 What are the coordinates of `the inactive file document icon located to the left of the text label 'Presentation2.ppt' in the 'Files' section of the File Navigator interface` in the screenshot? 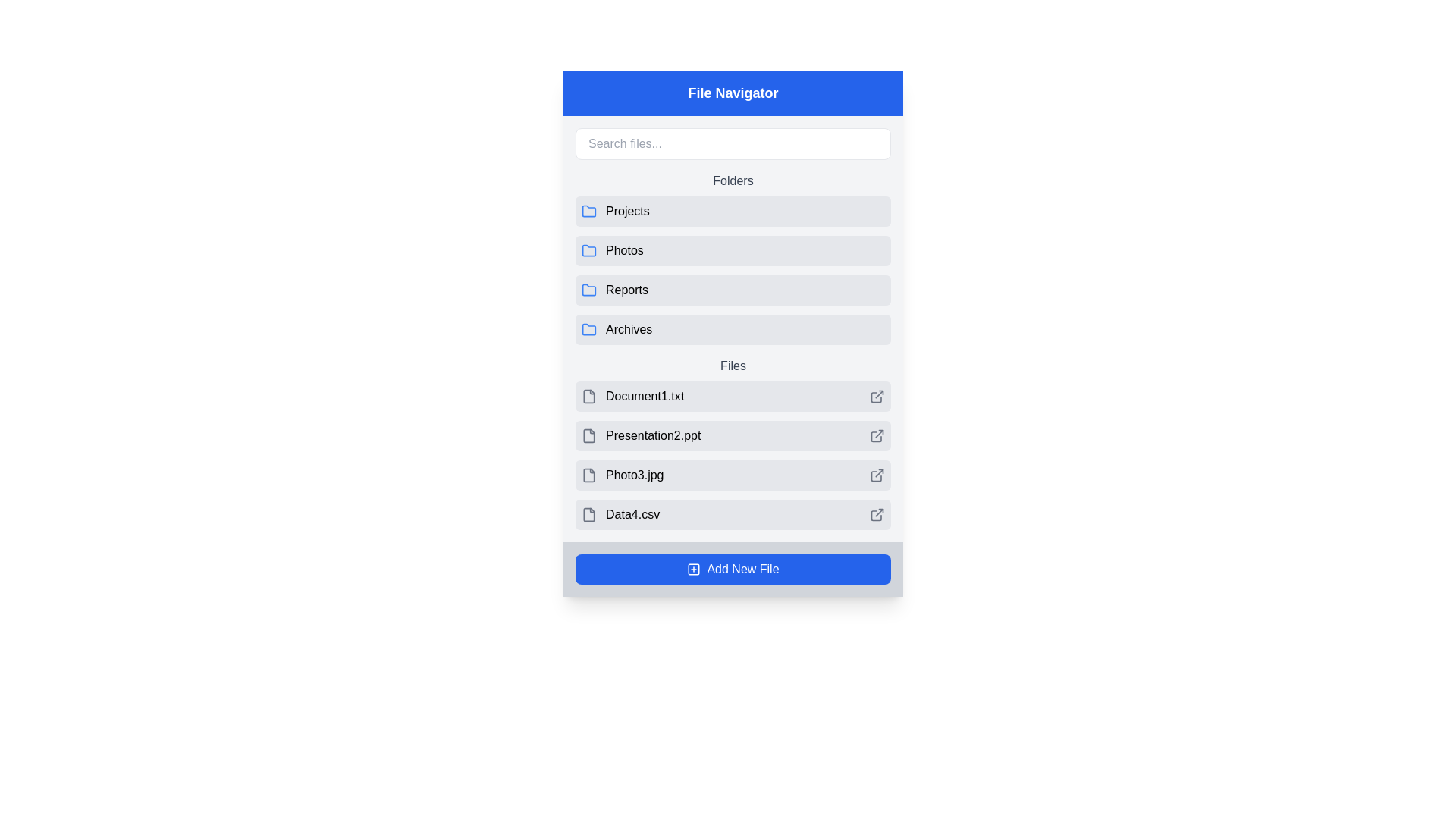 It's located at (588, 435).